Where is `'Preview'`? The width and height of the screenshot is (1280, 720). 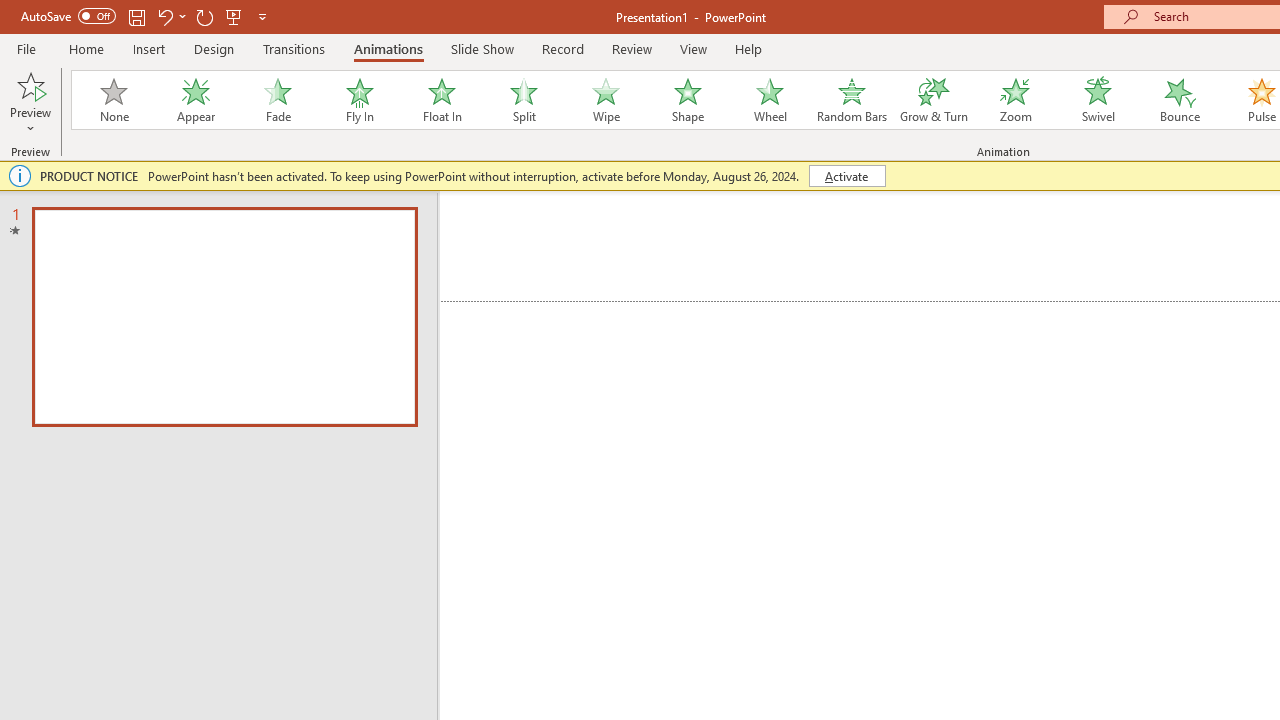 'Preview' is located at coordinates (30, 84).